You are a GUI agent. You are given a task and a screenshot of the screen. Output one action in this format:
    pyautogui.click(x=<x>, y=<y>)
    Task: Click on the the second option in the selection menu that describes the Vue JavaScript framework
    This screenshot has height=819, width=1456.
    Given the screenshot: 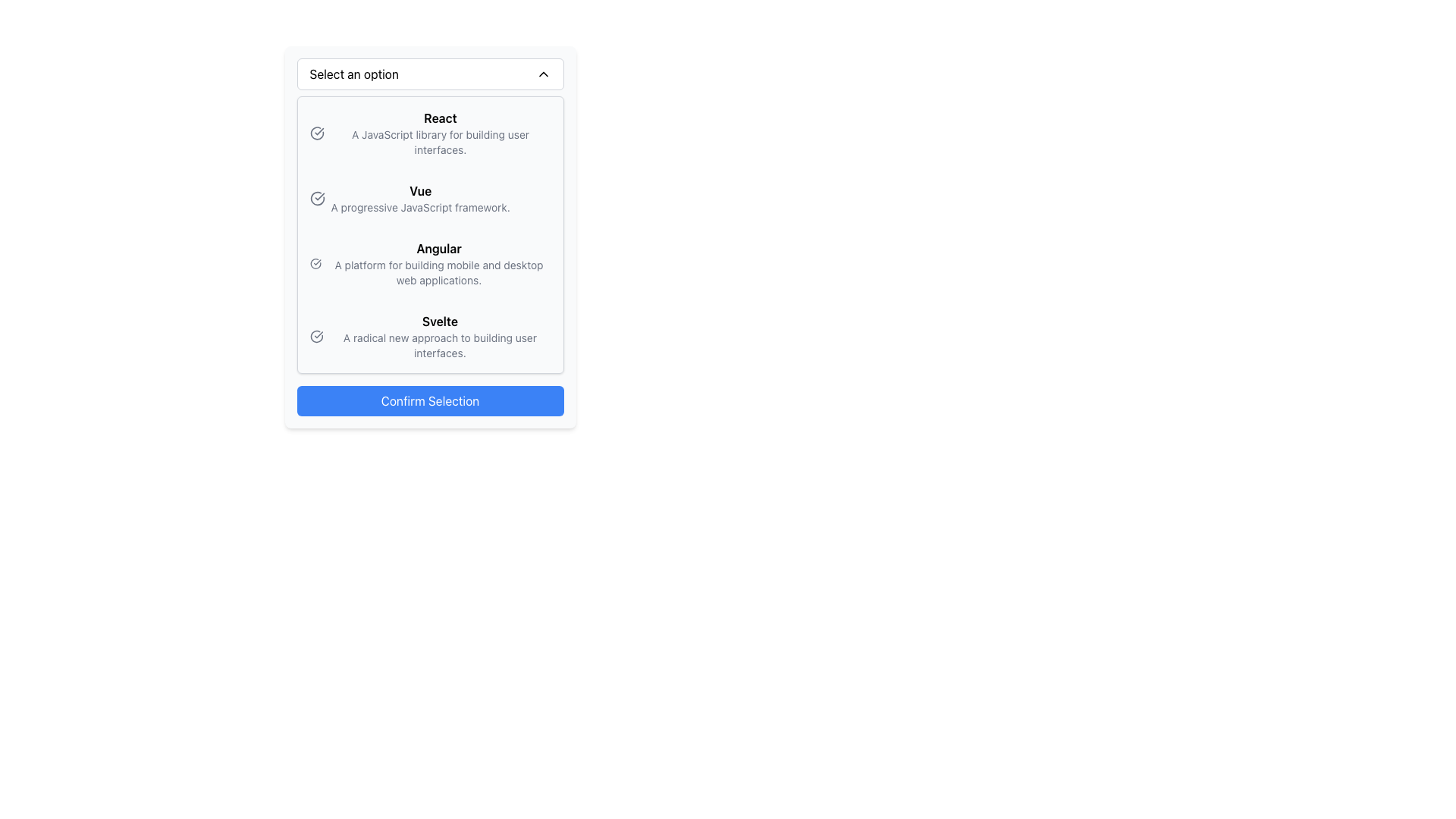 What is the action you would take?
    pyautogui.click(x=420, y=198)
    